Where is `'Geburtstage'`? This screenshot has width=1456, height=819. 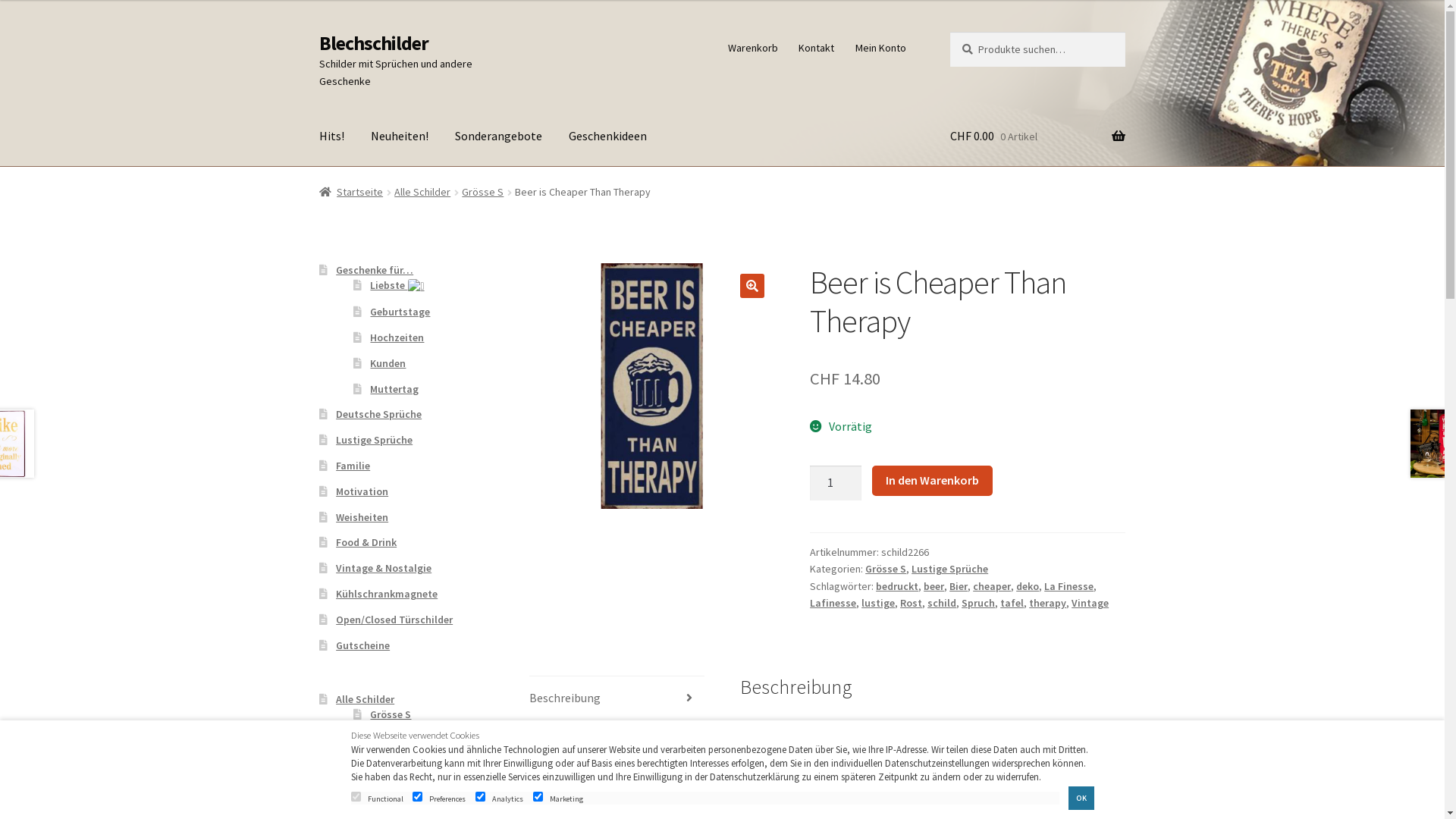
'Geburtstage' is located at coordinates (400, 311).